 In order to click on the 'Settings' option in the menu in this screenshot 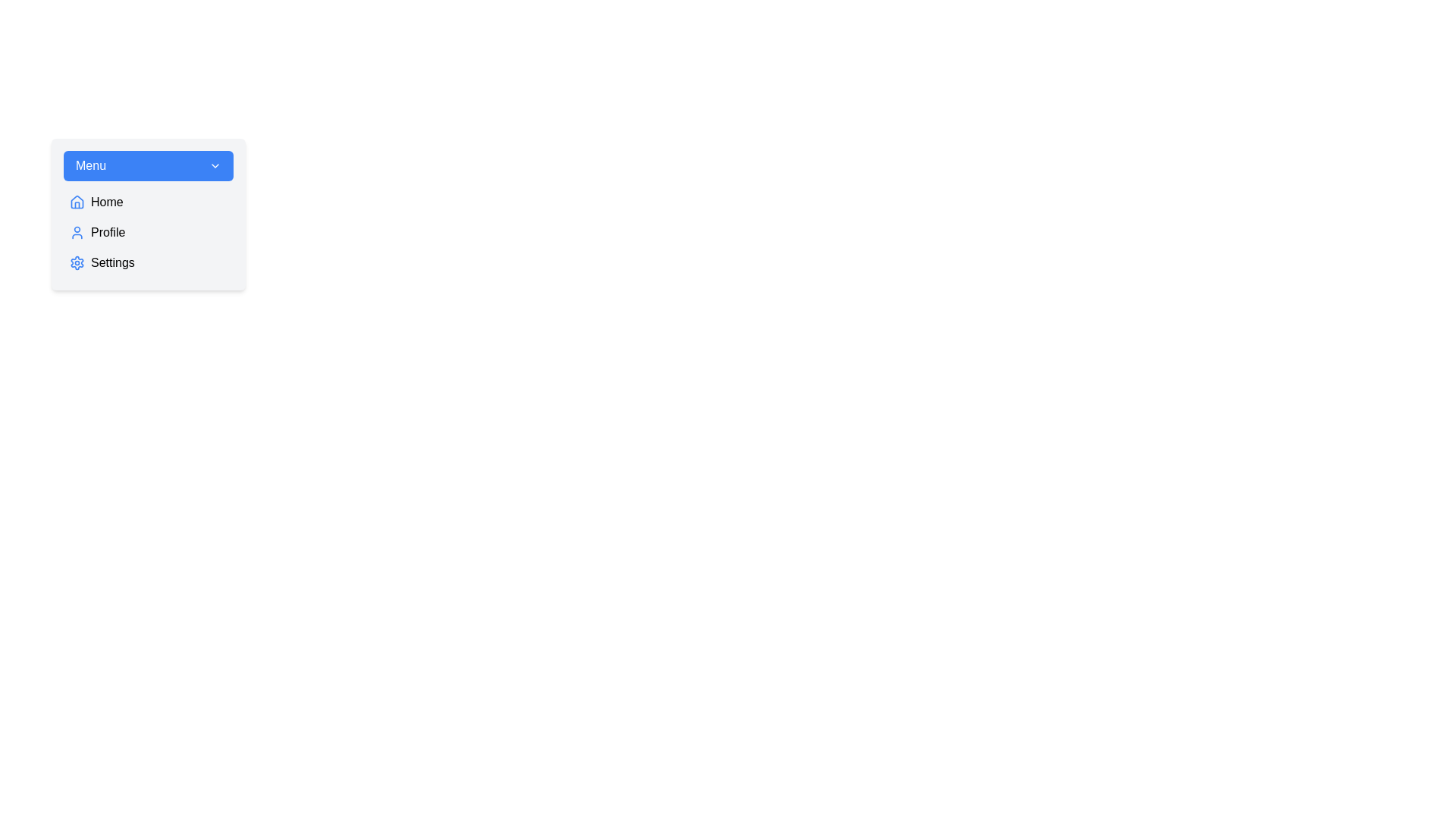, I will do `click(149, 262)`.